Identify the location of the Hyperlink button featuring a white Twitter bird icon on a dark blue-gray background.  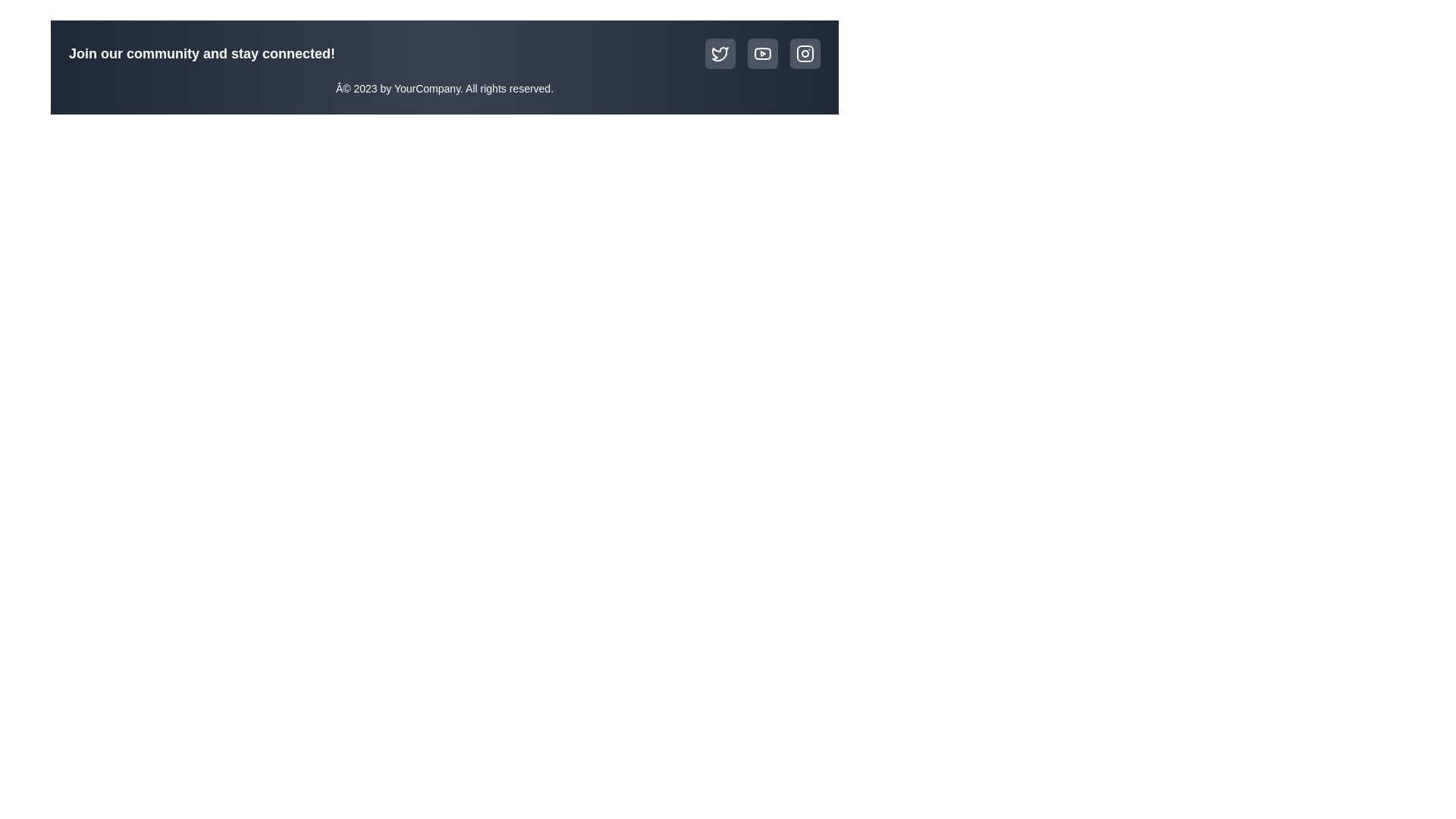
(720, 52).